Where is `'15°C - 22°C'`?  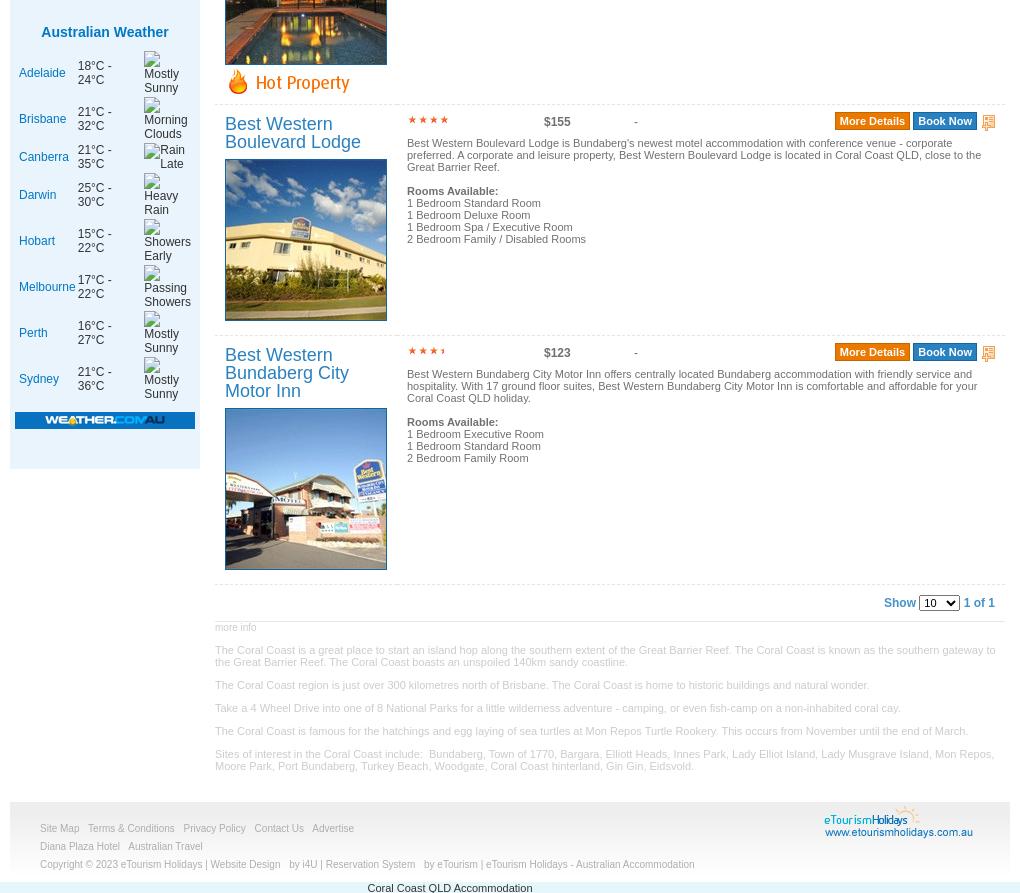 '15°C - 22°C' is located at coordinates (93, 240).